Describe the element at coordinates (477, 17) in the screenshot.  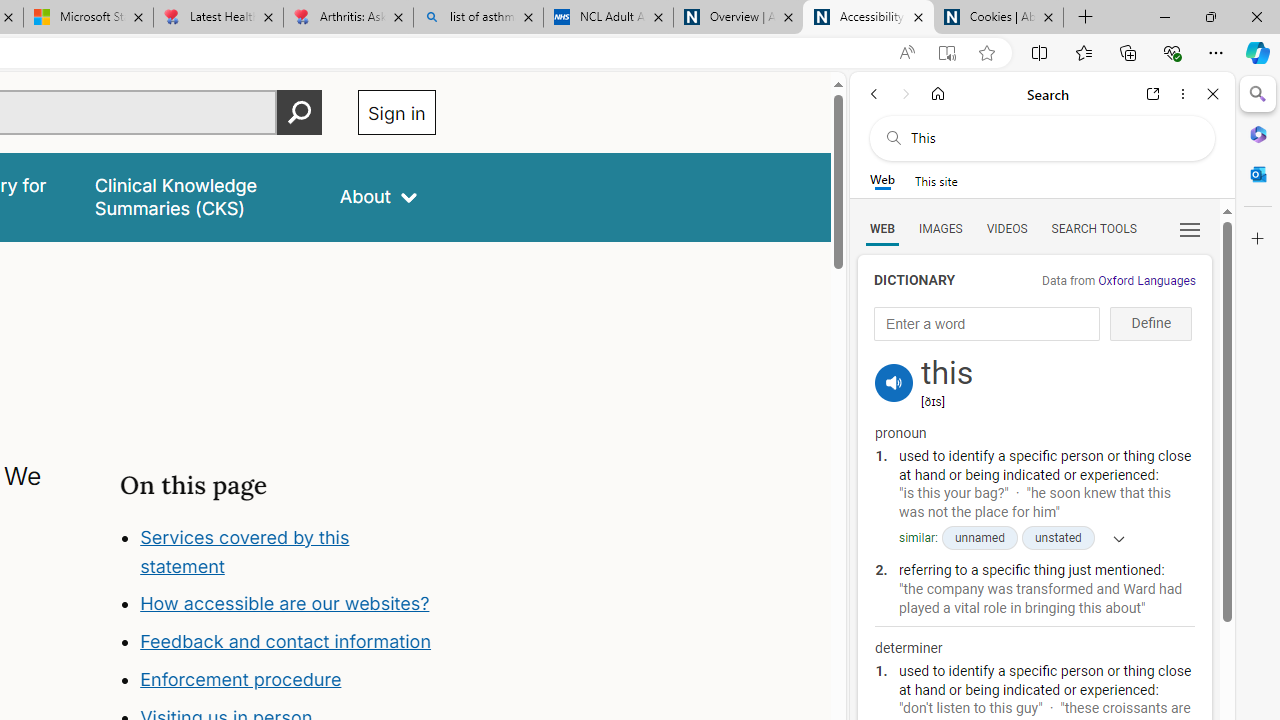
I see `'list of asthma inhalers uk - Search'` at that location.